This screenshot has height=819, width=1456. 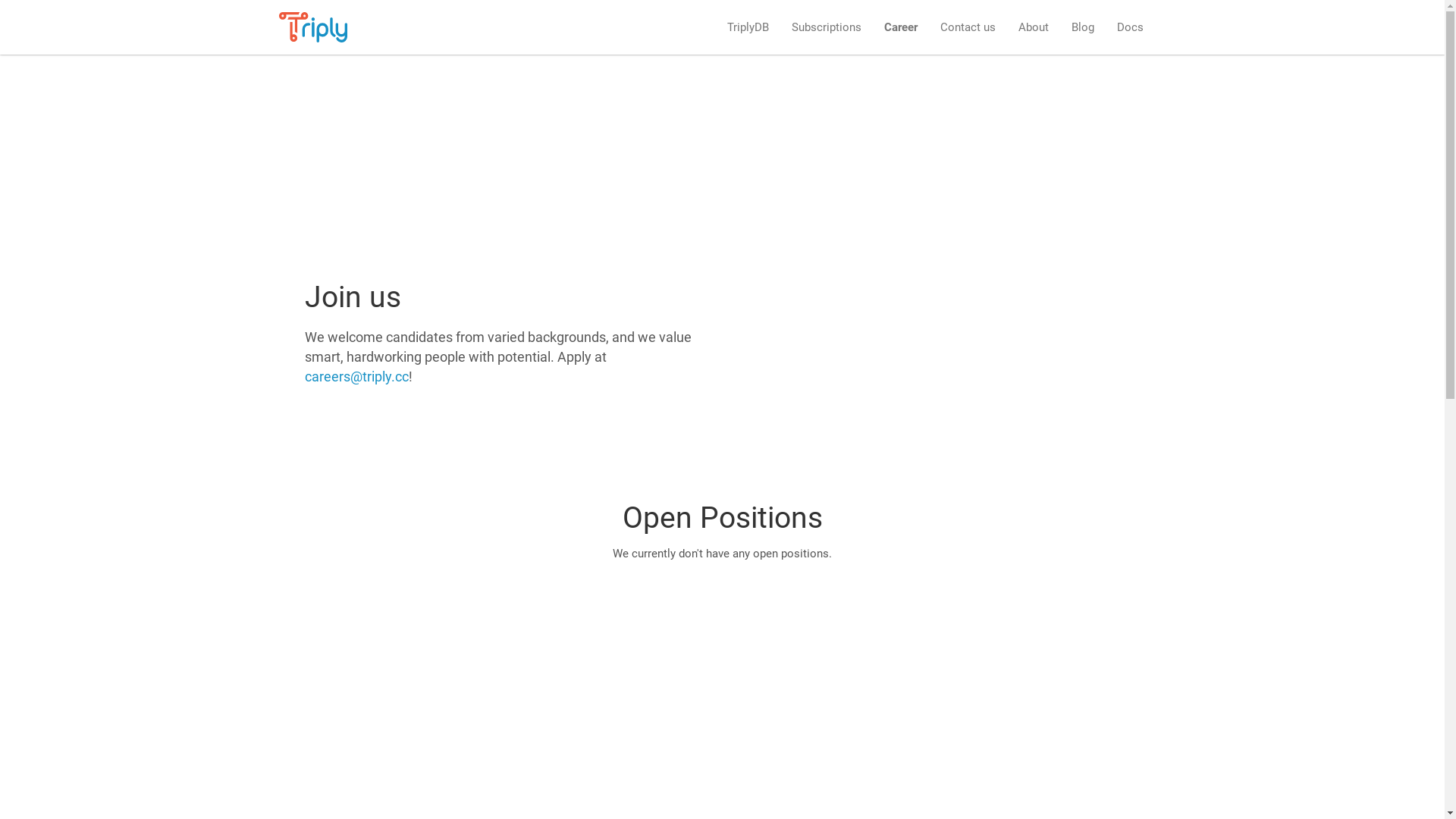 What do you see at coordinates (1033, 27) in the screenshot?
I see `'About'` at bounding box center [1033, 27].